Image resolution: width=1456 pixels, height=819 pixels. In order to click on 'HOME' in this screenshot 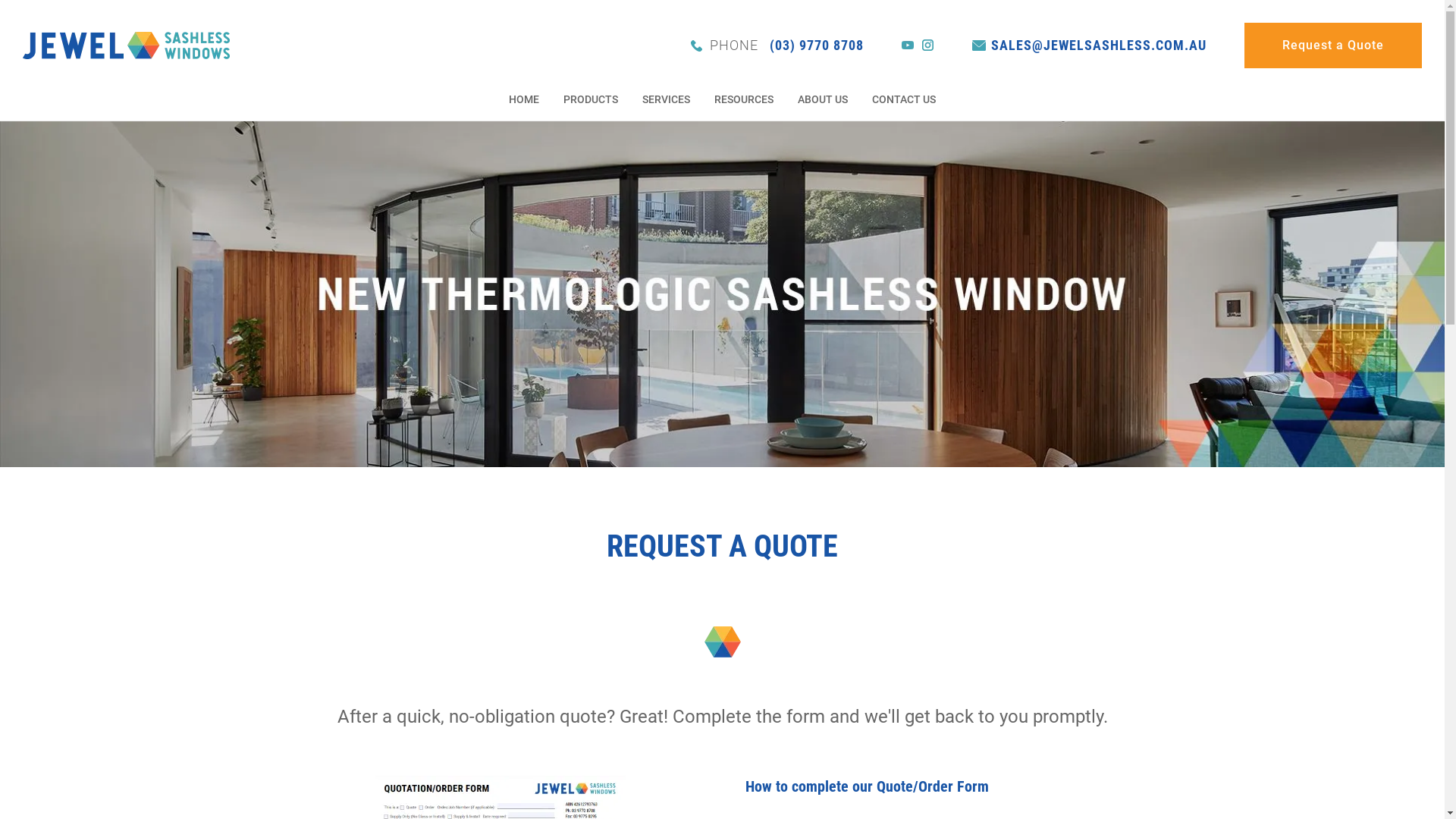, I will do `click(524, 100)`.